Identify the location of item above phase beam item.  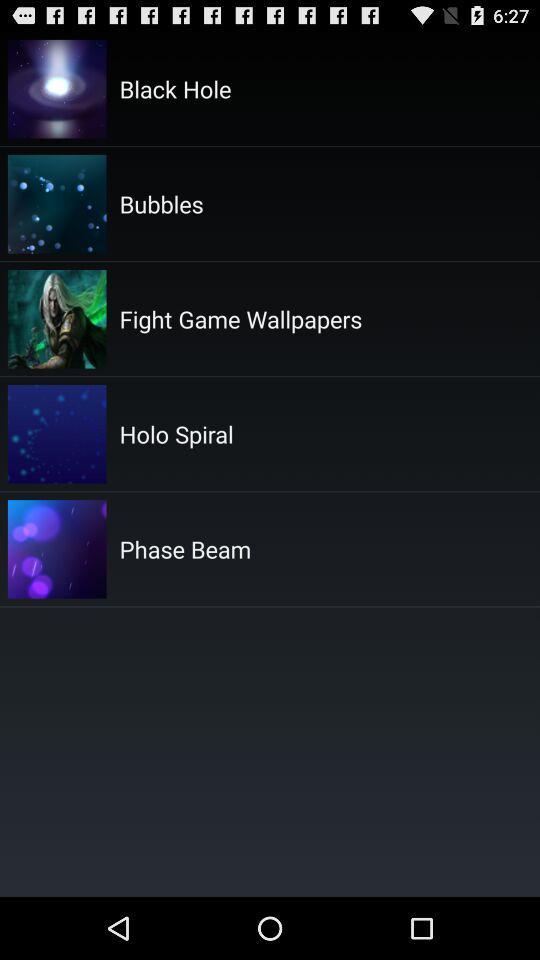
(176, 434).